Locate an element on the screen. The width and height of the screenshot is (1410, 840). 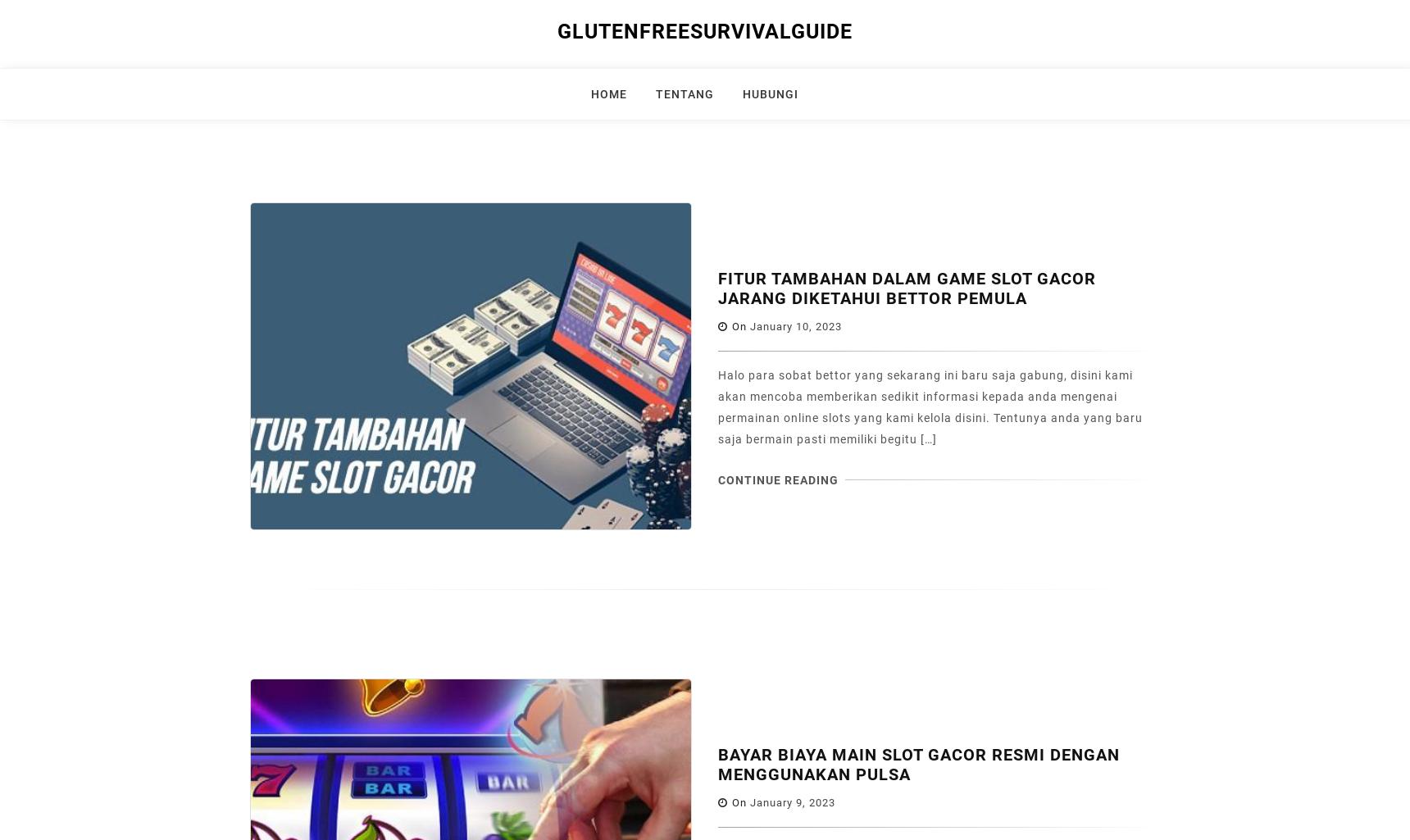
'January 9, 2023' is located at coordinates (792, 801).